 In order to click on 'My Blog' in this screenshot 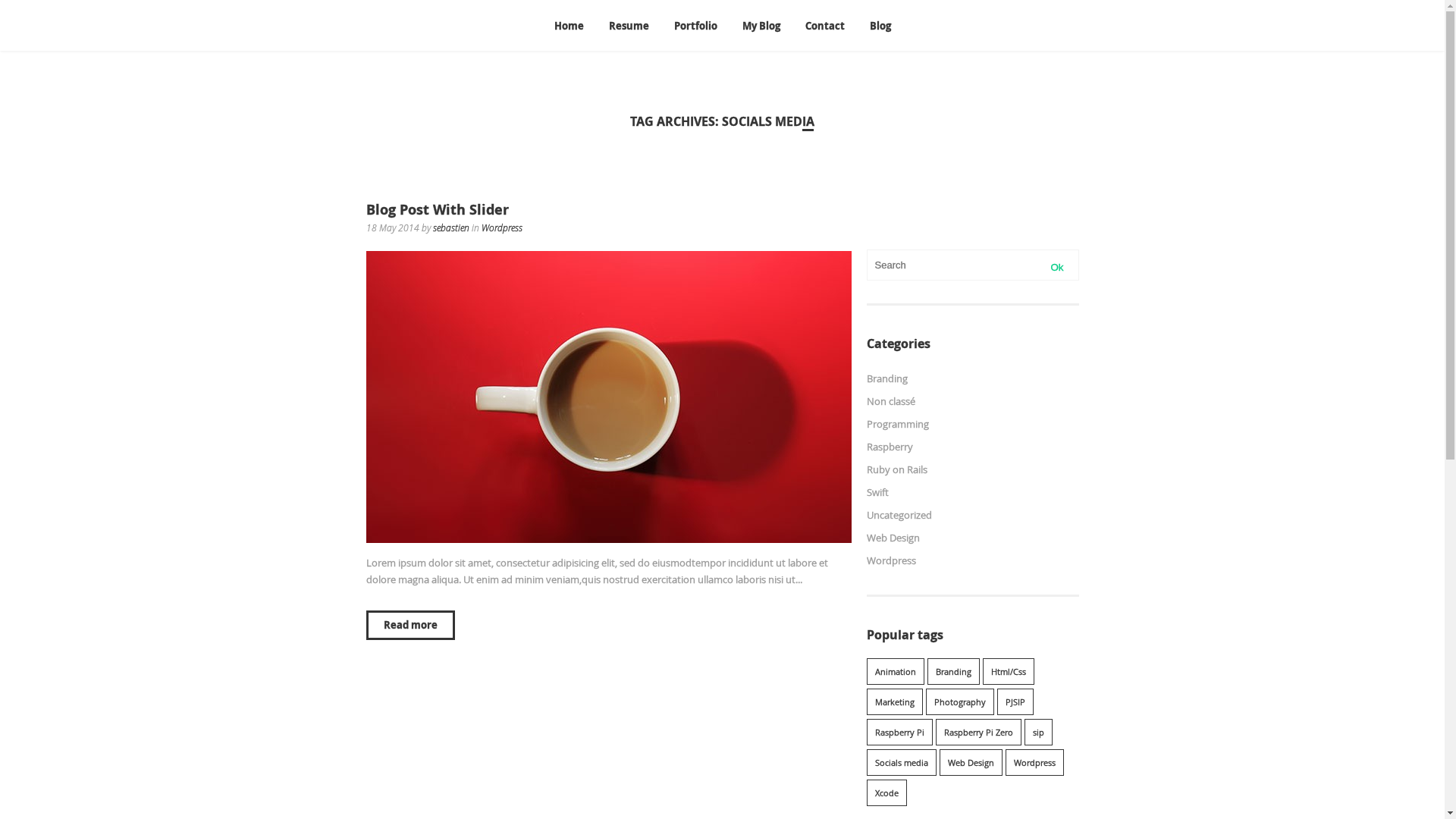, I will do `click(761, 26)`.